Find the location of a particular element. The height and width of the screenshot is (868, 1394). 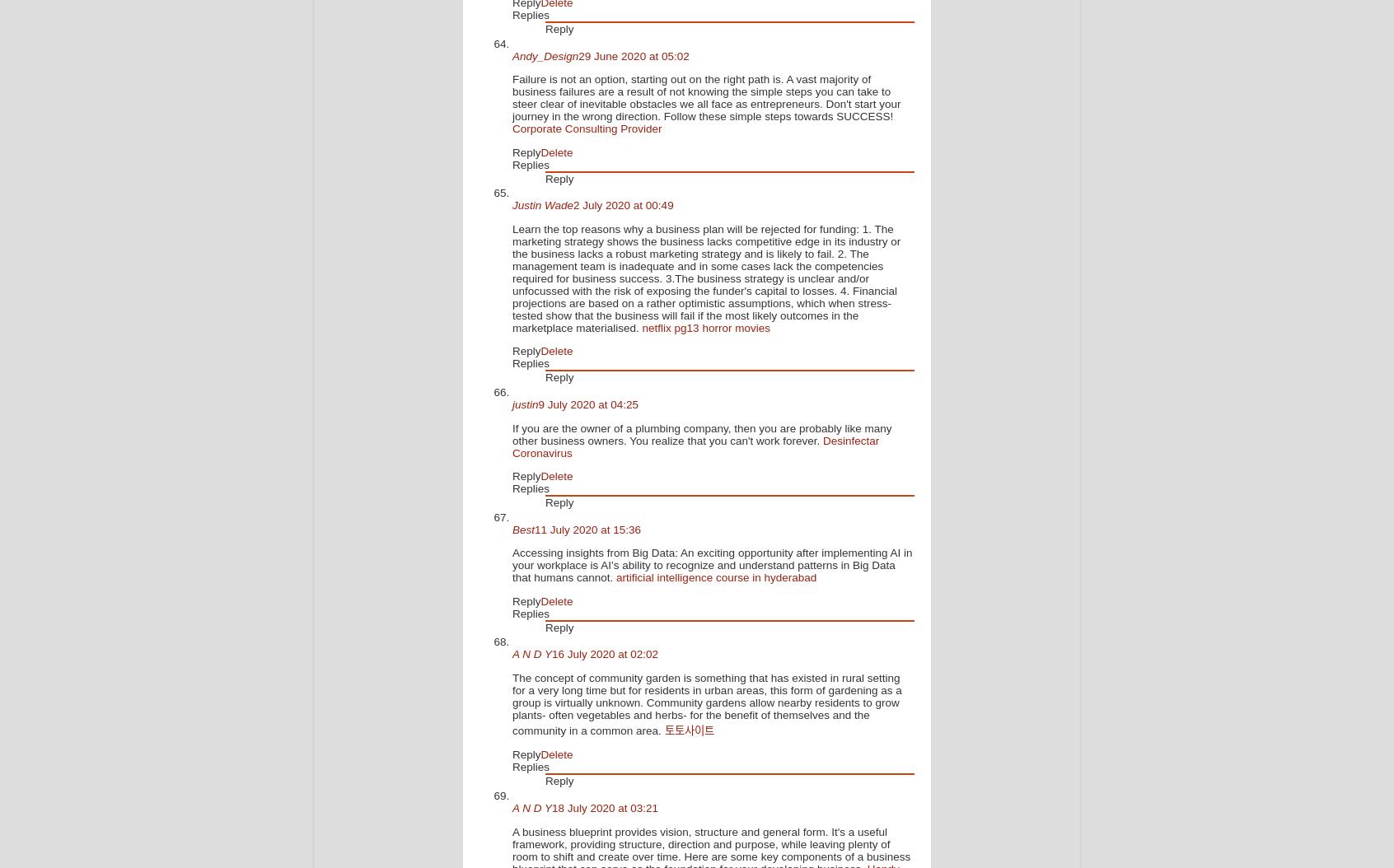

'The concept of community garden is something that has existed in rural setting for a very long time but for residents in urban areas, this form of gardening as a group is virtually unknown. Community gardens allow nearby residents to grow plants- often vegetables and herbs- for the benefit of themselves and the community in a common area.' is located at coordinates (511, 703).